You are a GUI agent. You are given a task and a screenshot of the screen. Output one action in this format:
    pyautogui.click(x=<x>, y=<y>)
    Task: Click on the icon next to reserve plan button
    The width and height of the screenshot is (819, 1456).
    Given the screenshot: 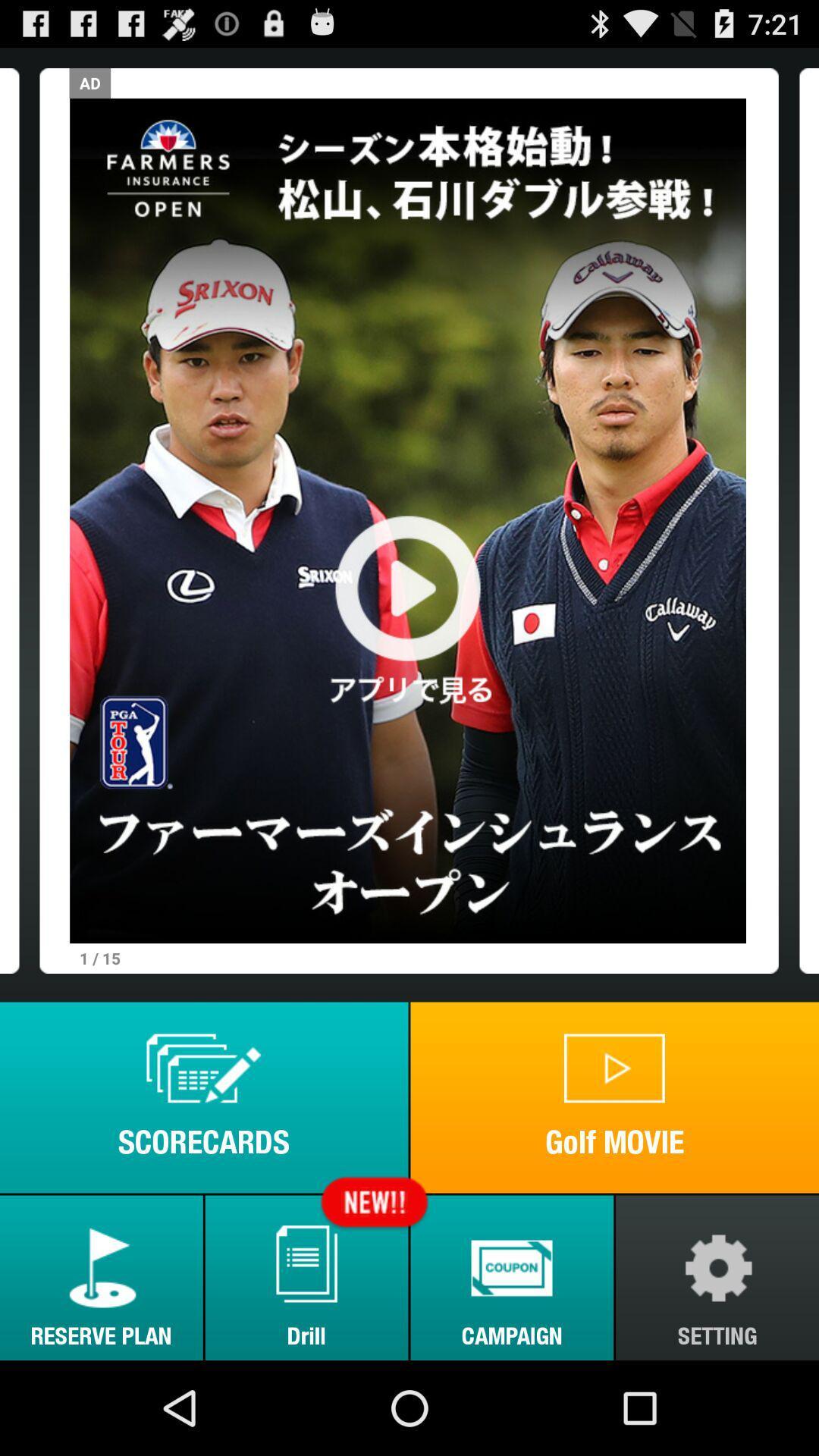 What is the action you would take?
    pyautogui.click(x=306, y=1277)
    